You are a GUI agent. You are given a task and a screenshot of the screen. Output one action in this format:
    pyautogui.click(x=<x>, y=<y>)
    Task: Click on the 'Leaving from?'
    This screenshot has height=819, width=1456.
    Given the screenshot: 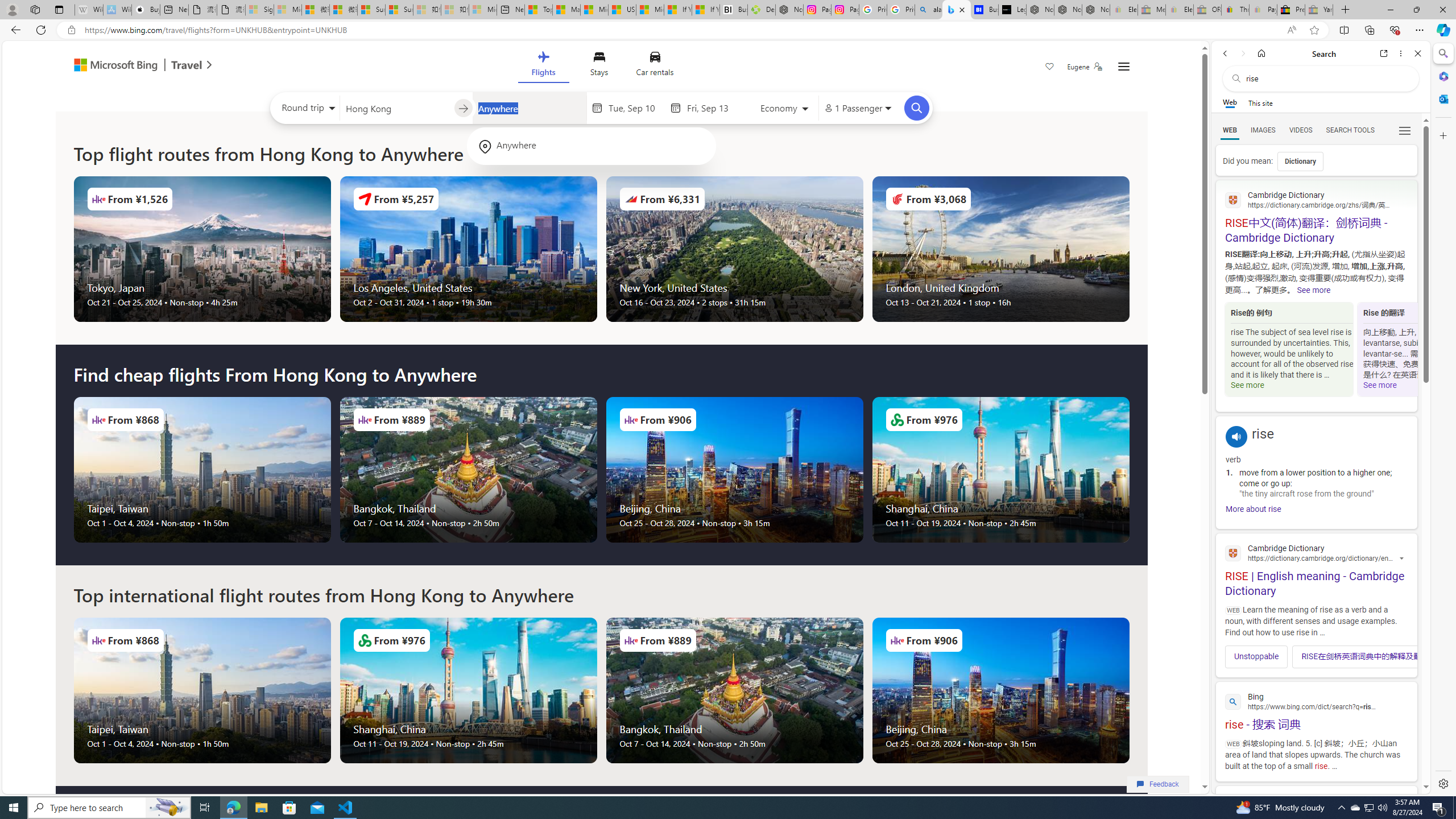 What is the action you would take?
    pyautogui.click(x=396, y=107)
    